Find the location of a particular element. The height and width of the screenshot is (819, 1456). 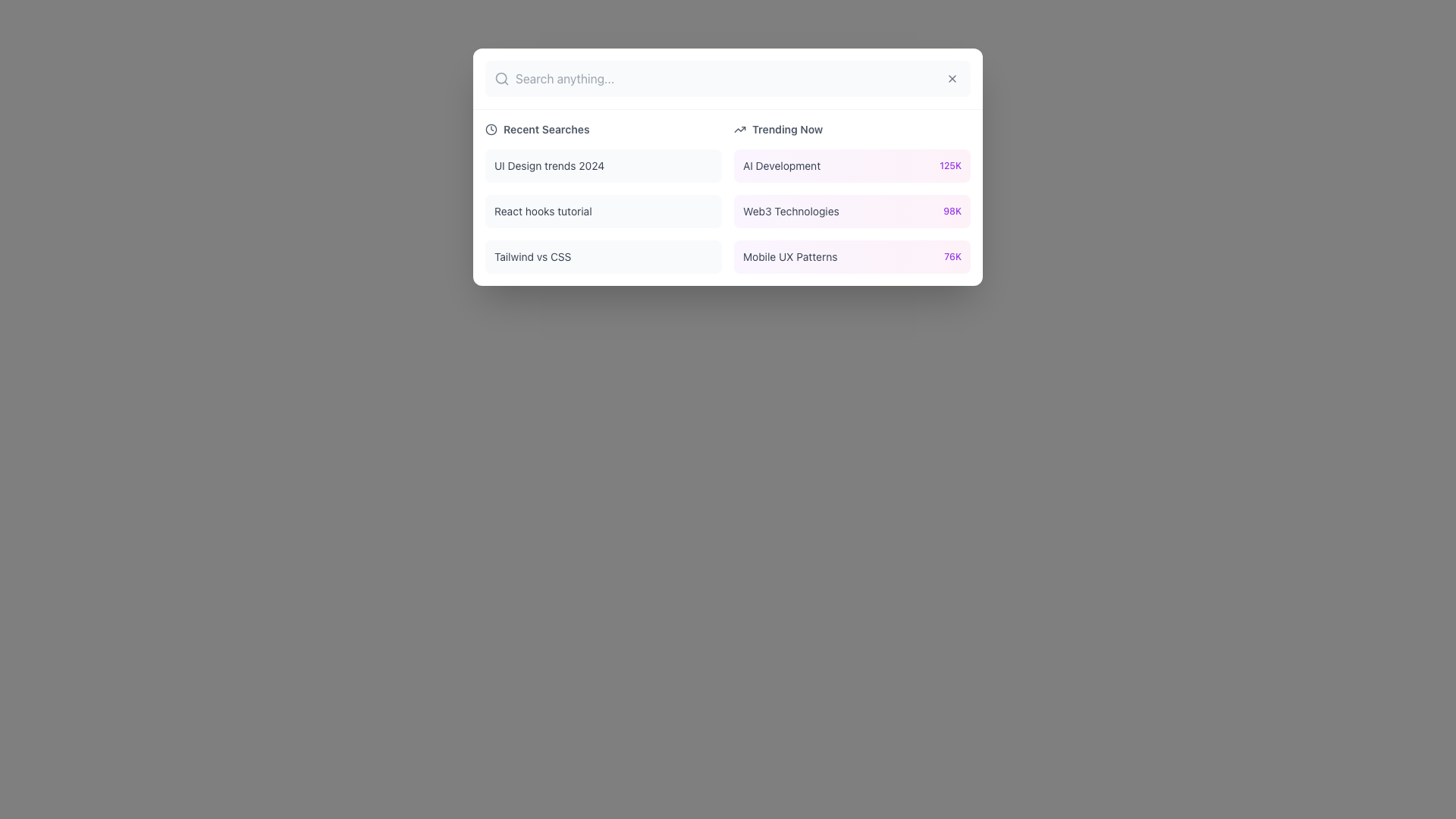

the circular icon button with an 'X' symbol at the top-right corner of the search input bar to observe the hover effect is located at coordinates (952, 79).